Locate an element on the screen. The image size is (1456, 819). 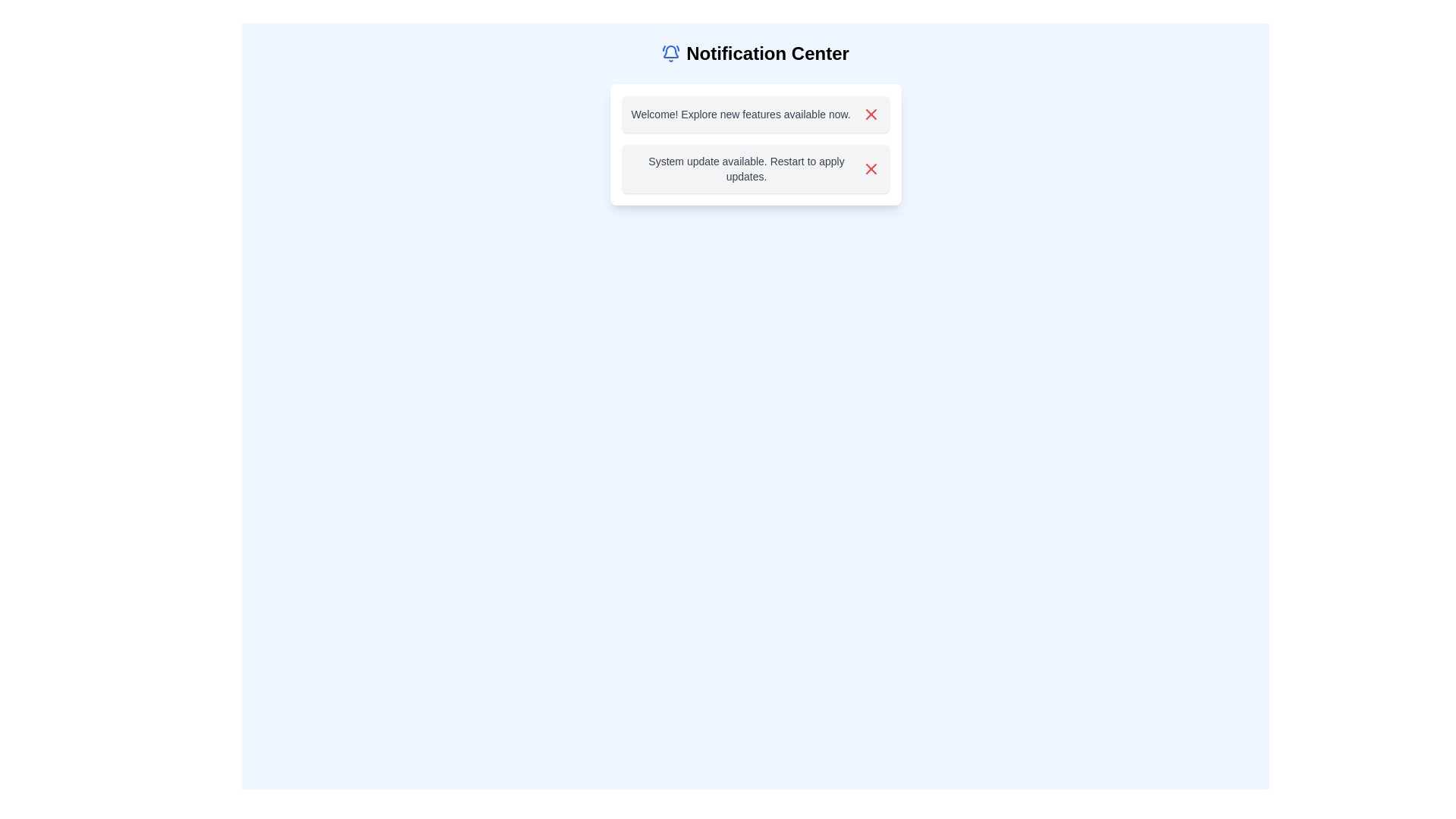
the curved line element resembling the lower perimeter of a notification bell icon, located at the top of the interface in the 'Notification Center' section is located at coordinates (670, 51).